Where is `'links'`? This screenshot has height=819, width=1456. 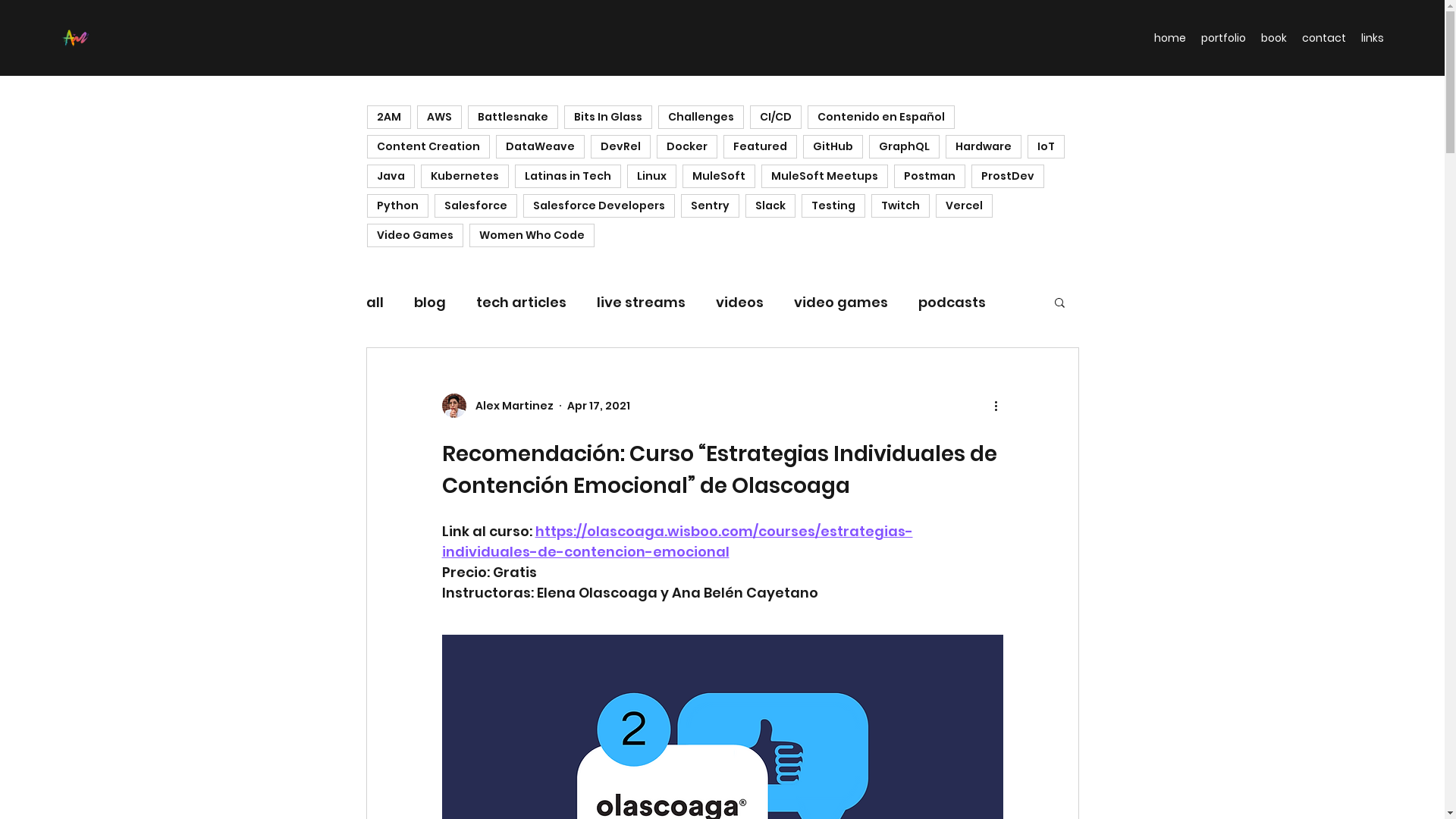
'links' is located at coordinates (1354, 37).